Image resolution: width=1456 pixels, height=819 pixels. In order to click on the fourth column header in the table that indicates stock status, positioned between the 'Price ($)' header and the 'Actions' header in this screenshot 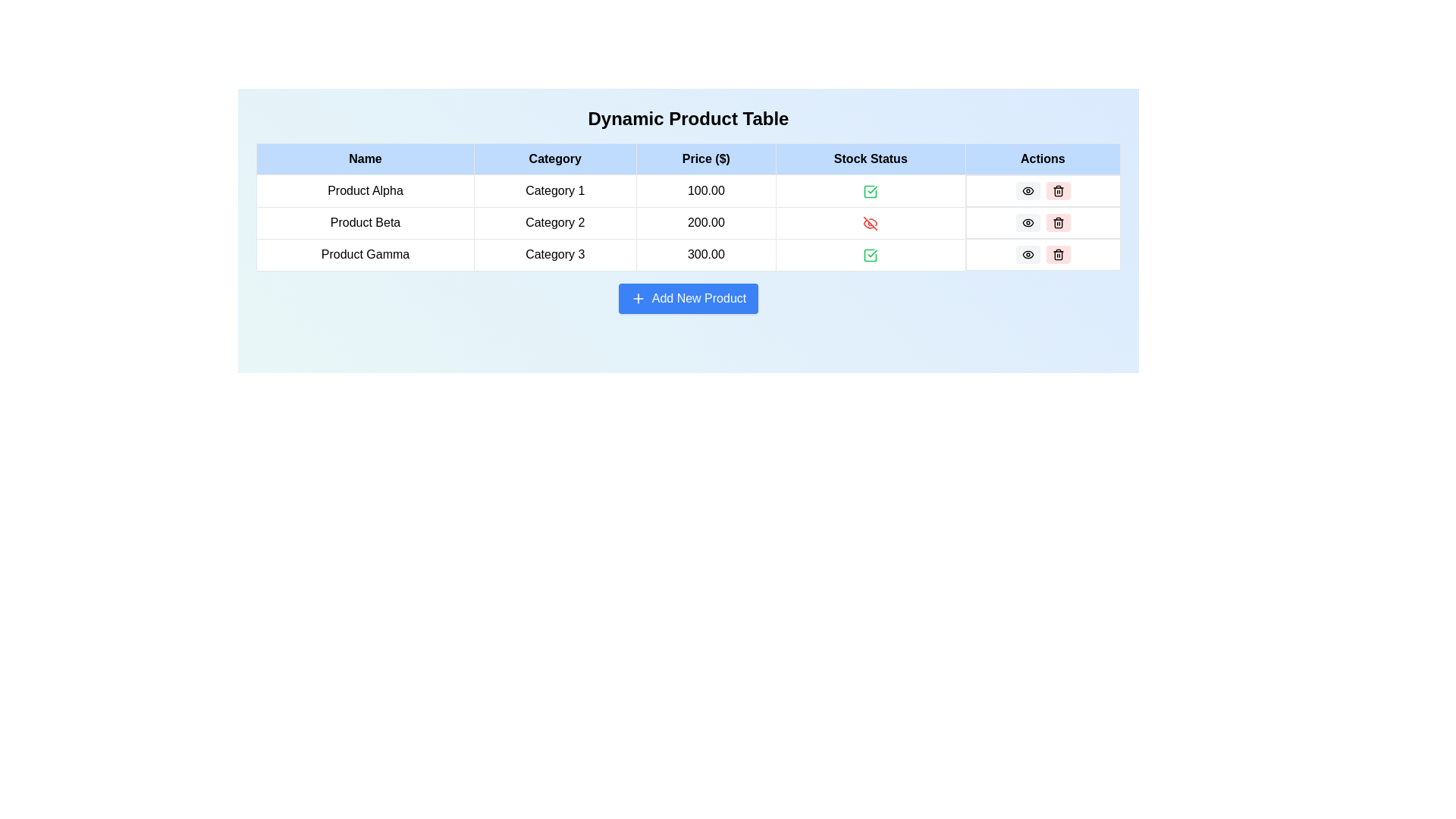, I will do `click(871, 158)`.